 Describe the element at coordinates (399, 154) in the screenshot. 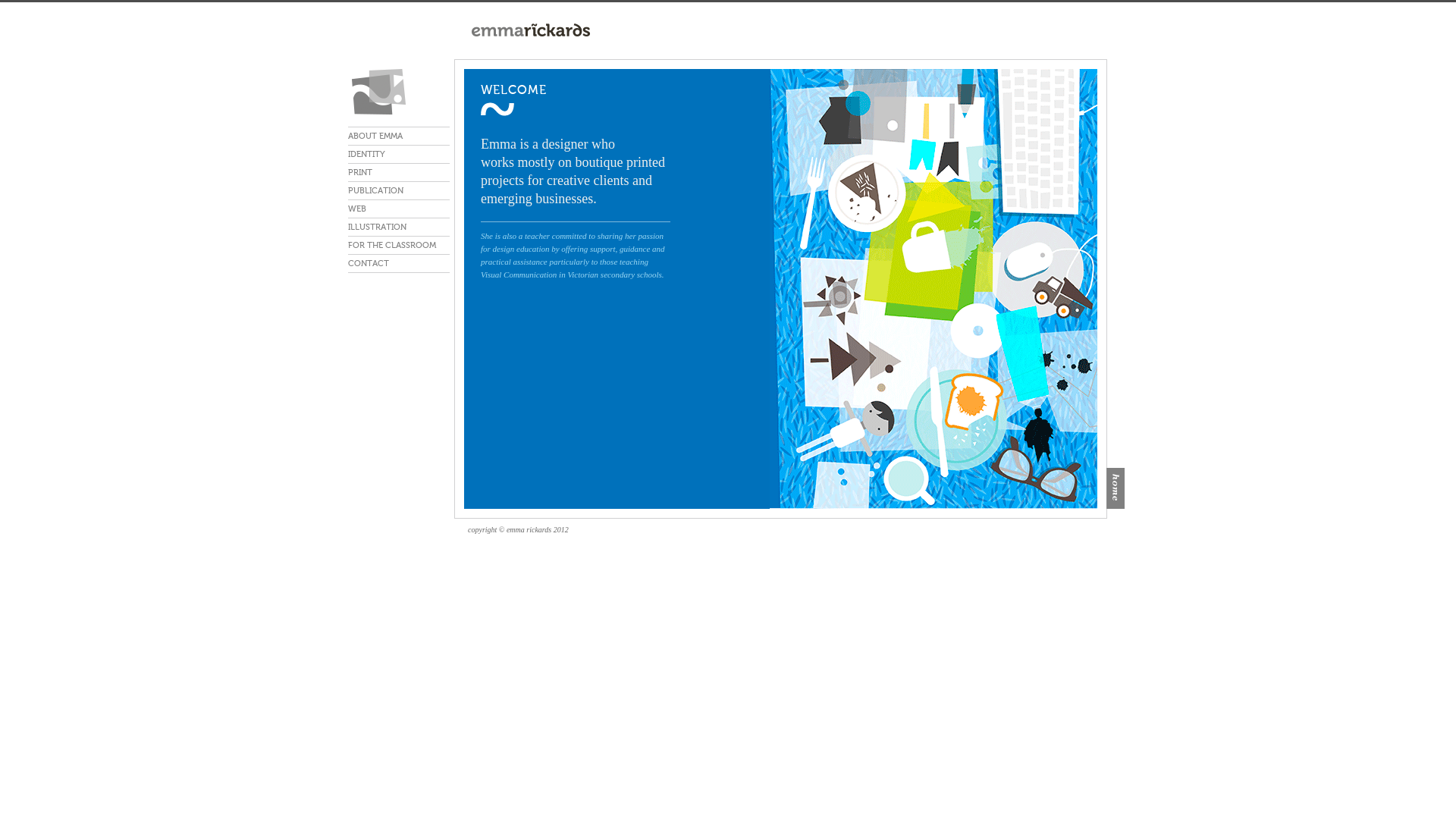

I see `'IDENTITY'` at that location.